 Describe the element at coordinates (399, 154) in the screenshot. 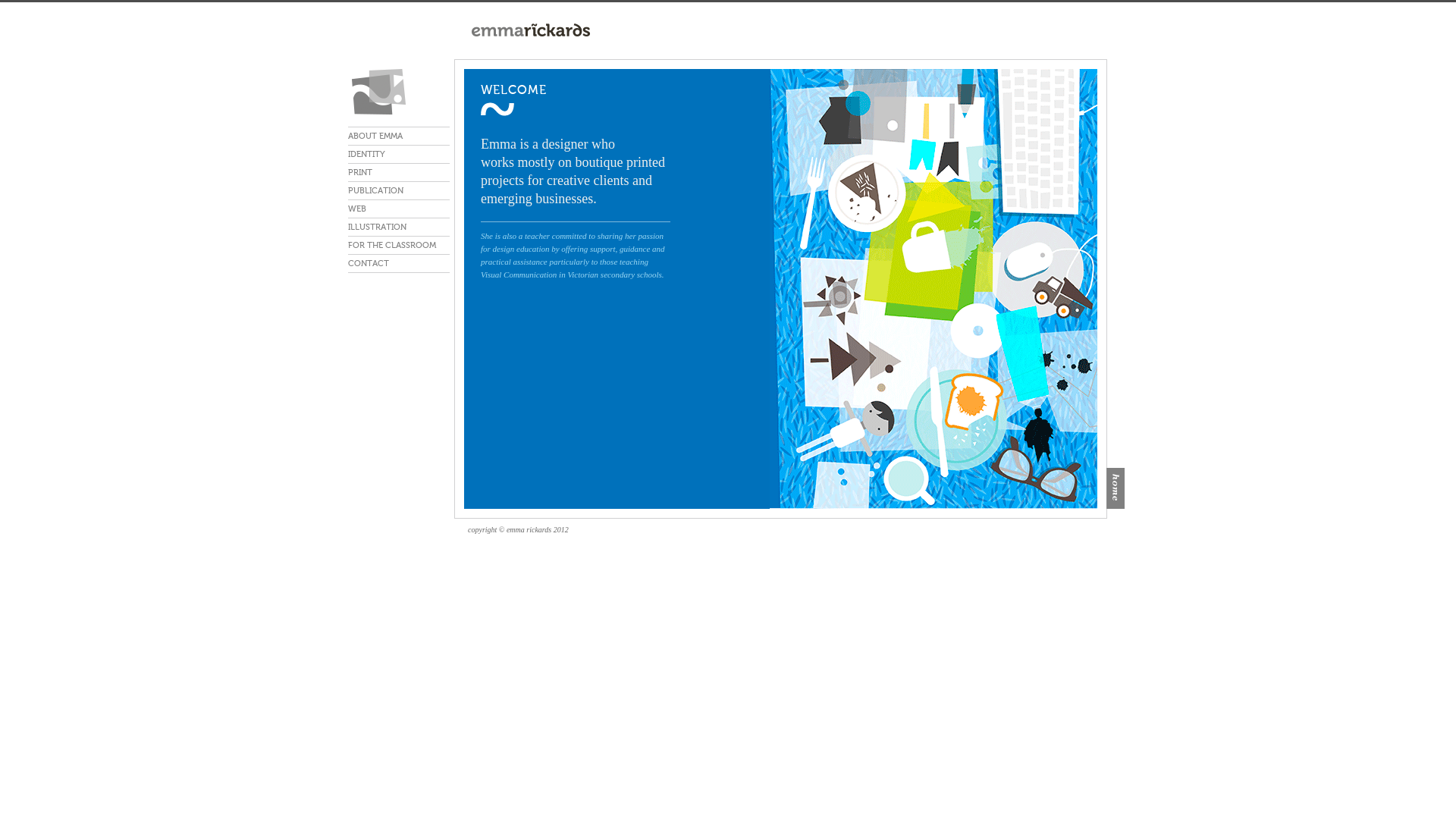

I see `'IDENTITY'` at that location.